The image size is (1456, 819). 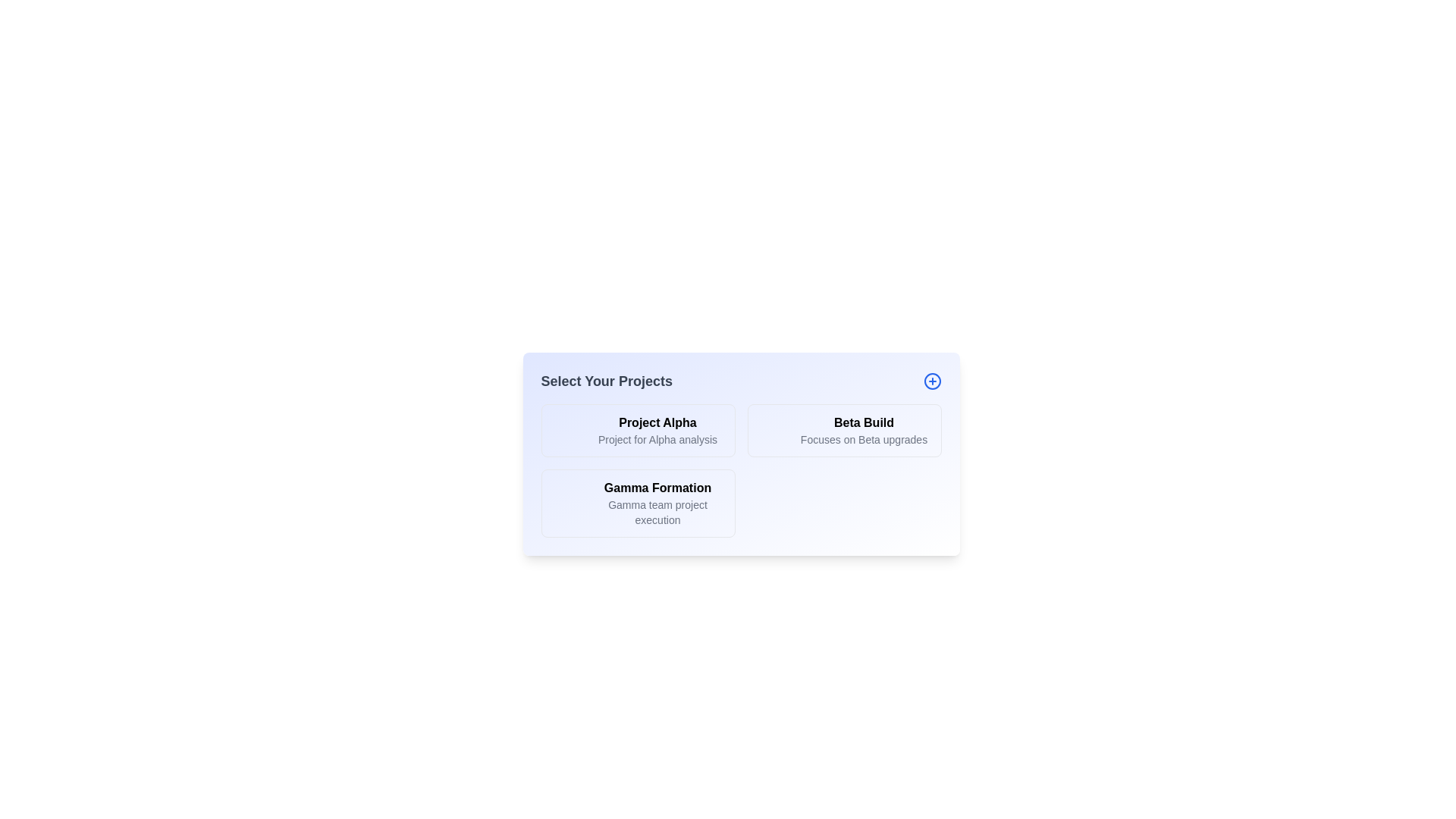 What do you see at coordinates (638, 430) in the screenshot?
I see `the interactive card labeled 'Project Alpha'` at bounding box center [638, 430].